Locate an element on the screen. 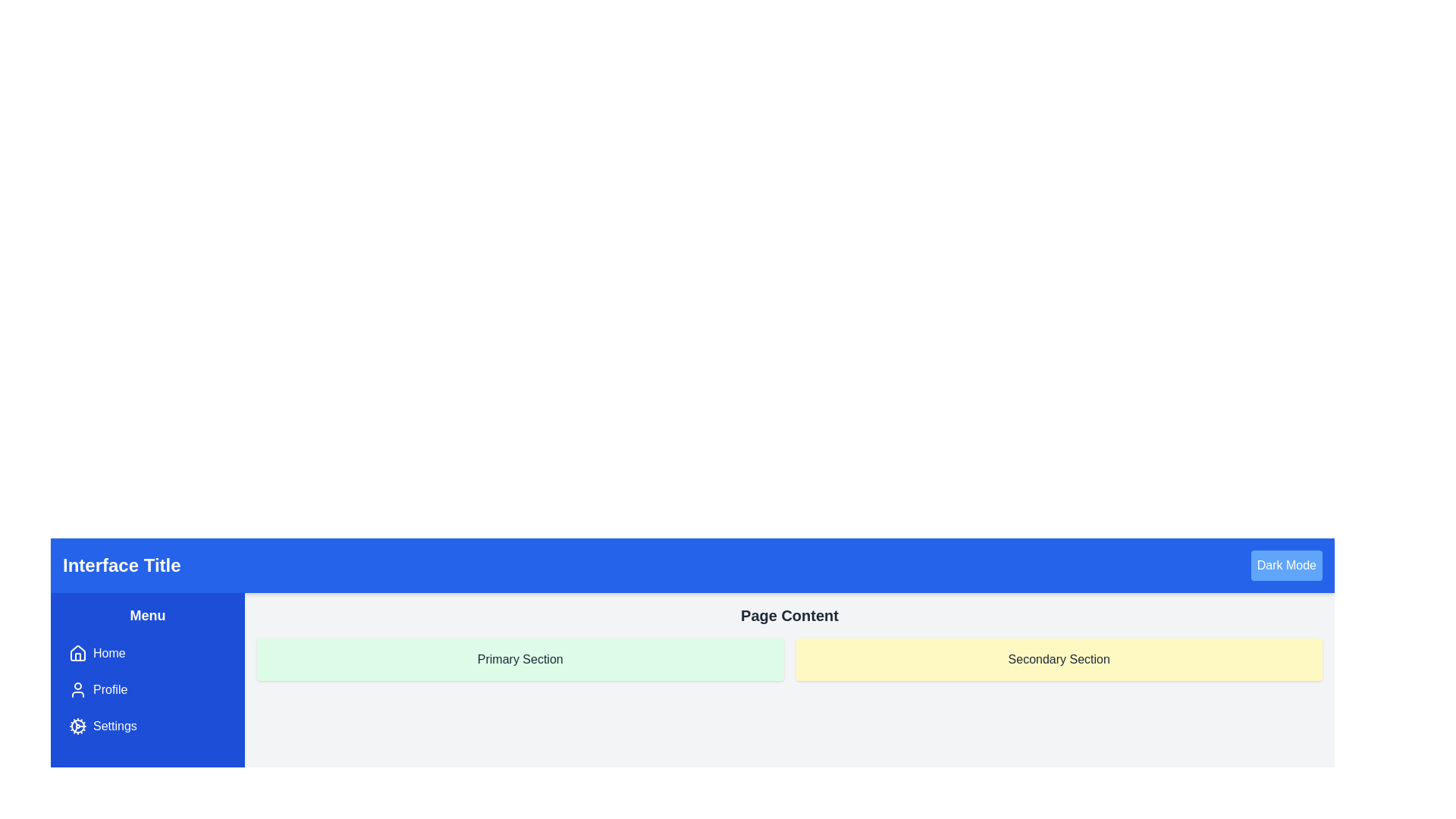  the cogwheel-shaped icon representing settings, located in the vertical navigation menu between the 'Profile' and 'Settings' labels is located at coordinates (77, 725).